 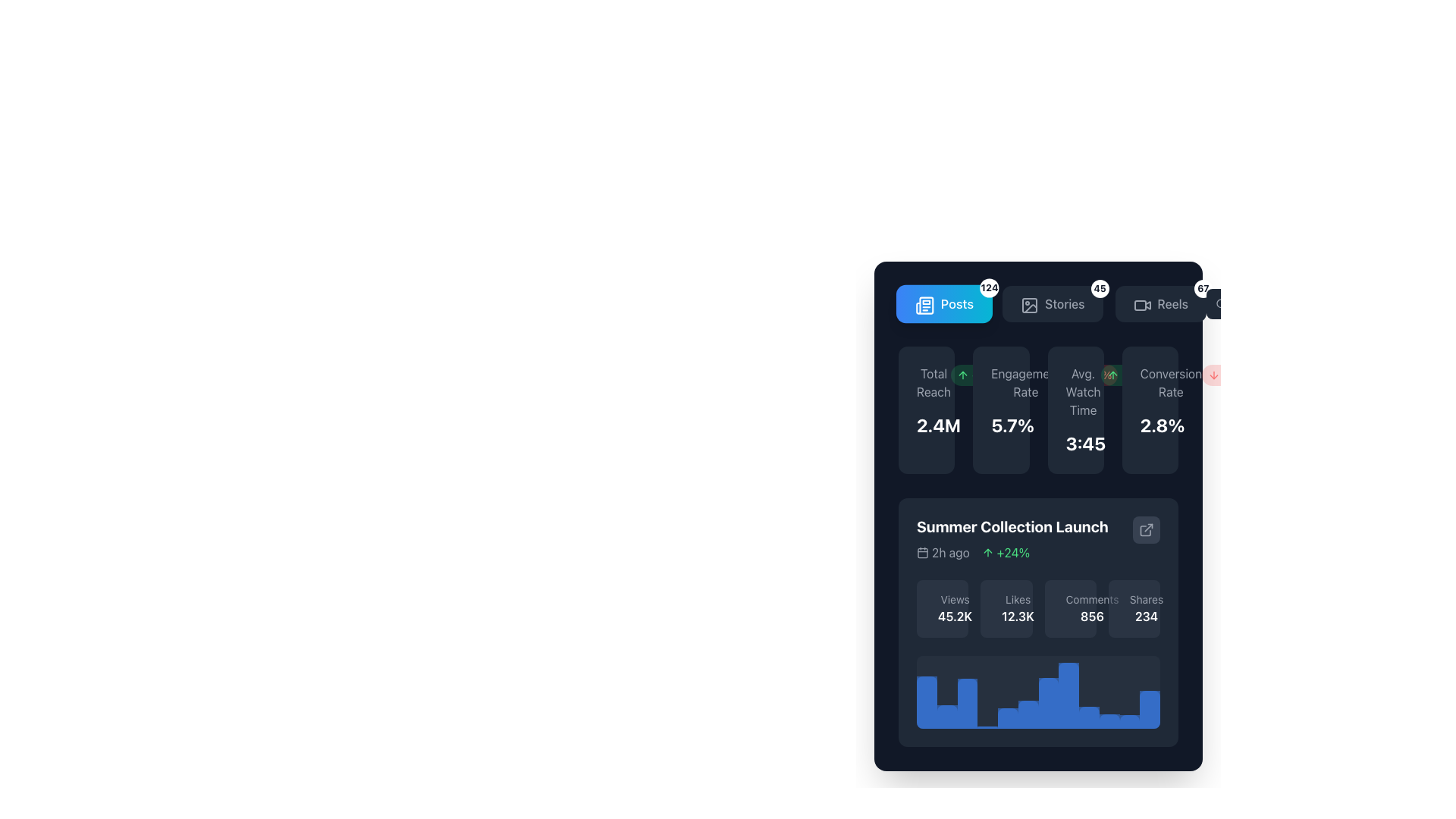 What do you see at coordinates (943, 304) in the screenshot?
I see `the first button in the upper section of the interface` at bounding box center [943, 304].